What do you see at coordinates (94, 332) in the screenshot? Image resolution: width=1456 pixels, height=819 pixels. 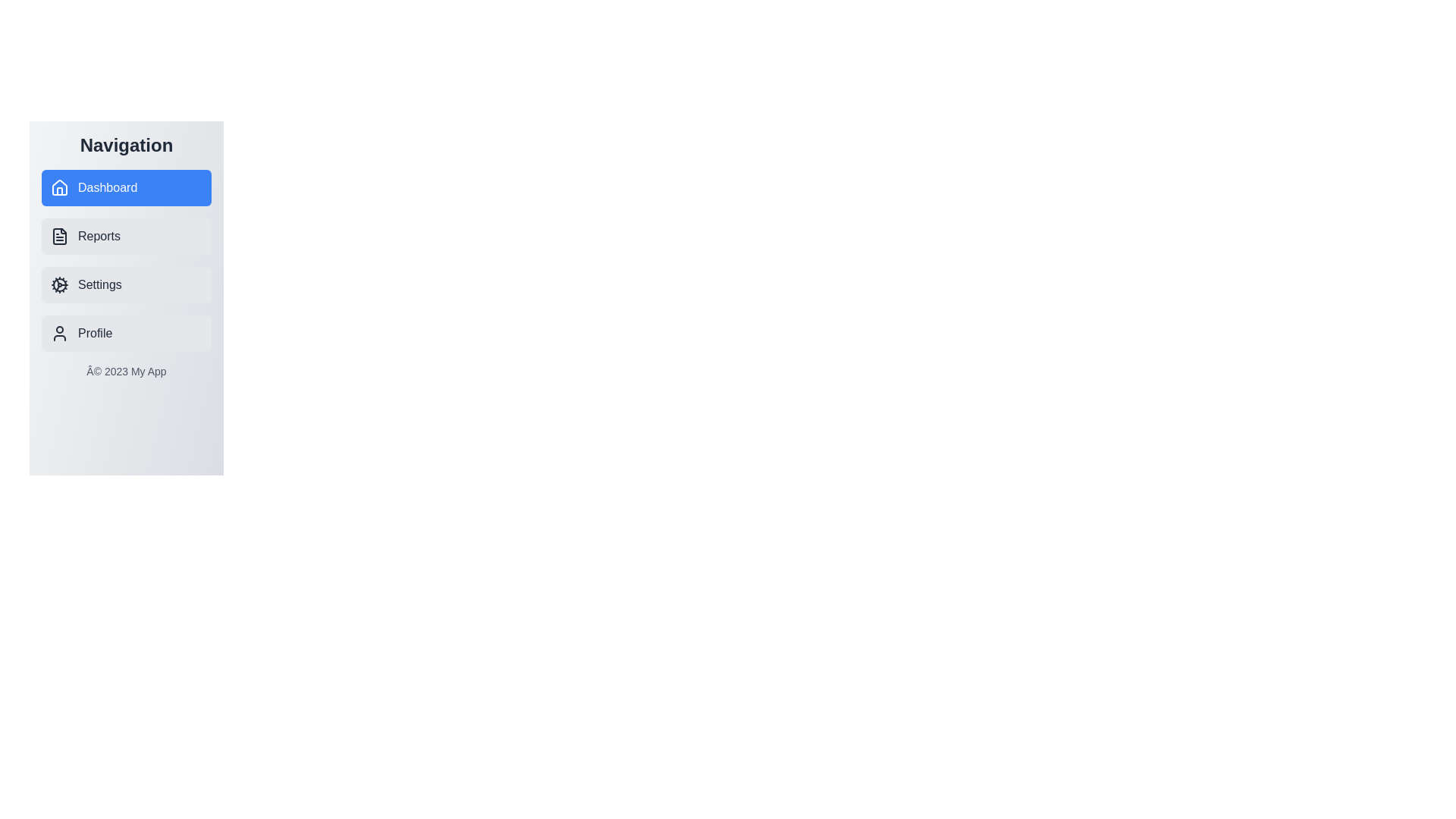 I see `the 'Profile' text label located inside the light-gray rounded rectangular button in the navigation menu, which is the fourth item under 'Navigation.'` at bounding box center [94, 332].